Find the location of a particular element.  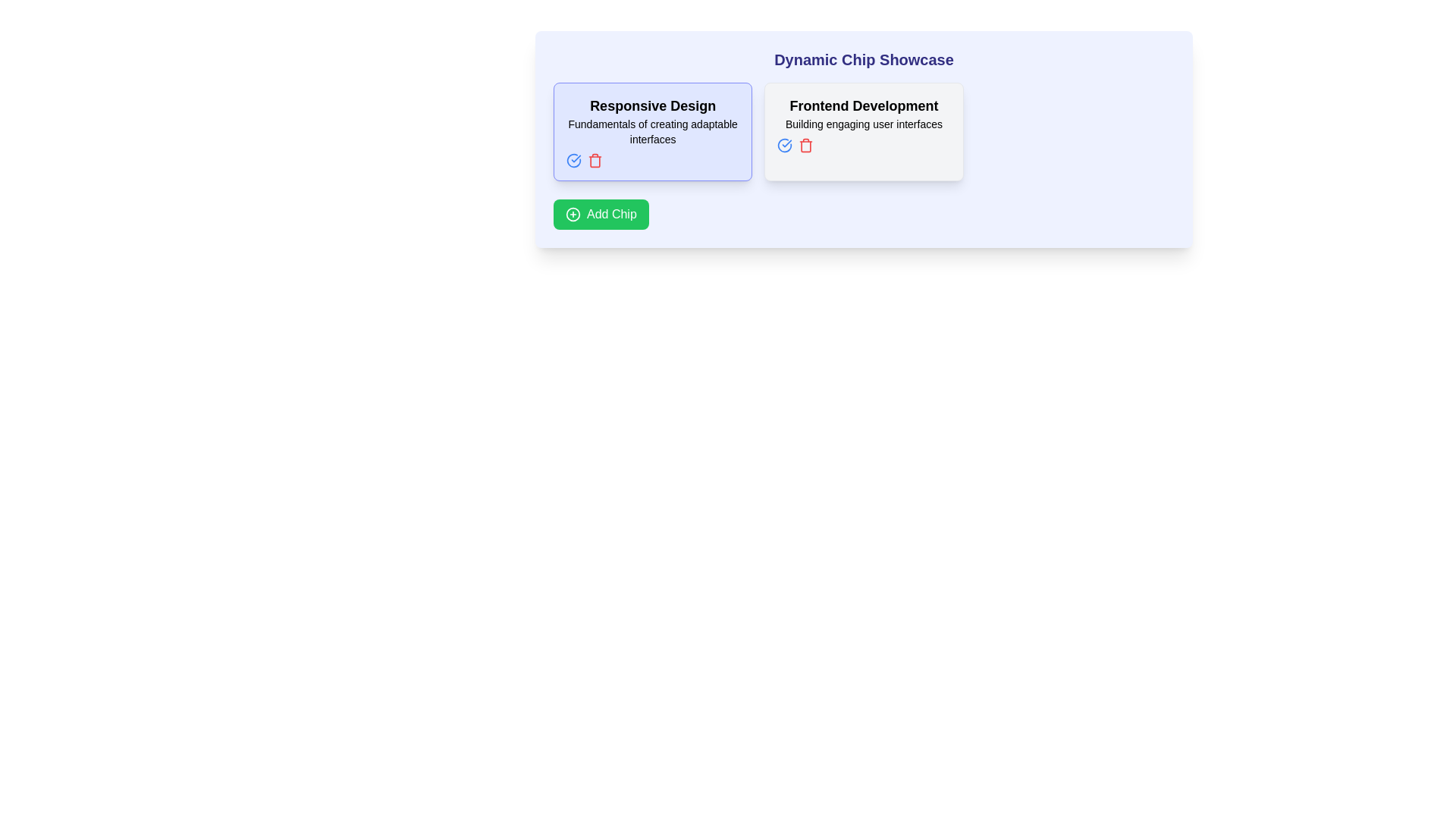

the circular icon with a plus sign in the center of the green 'Add Chip' button located at the bottom-left corner of the card-like interface is located at coordinates (572, 214).